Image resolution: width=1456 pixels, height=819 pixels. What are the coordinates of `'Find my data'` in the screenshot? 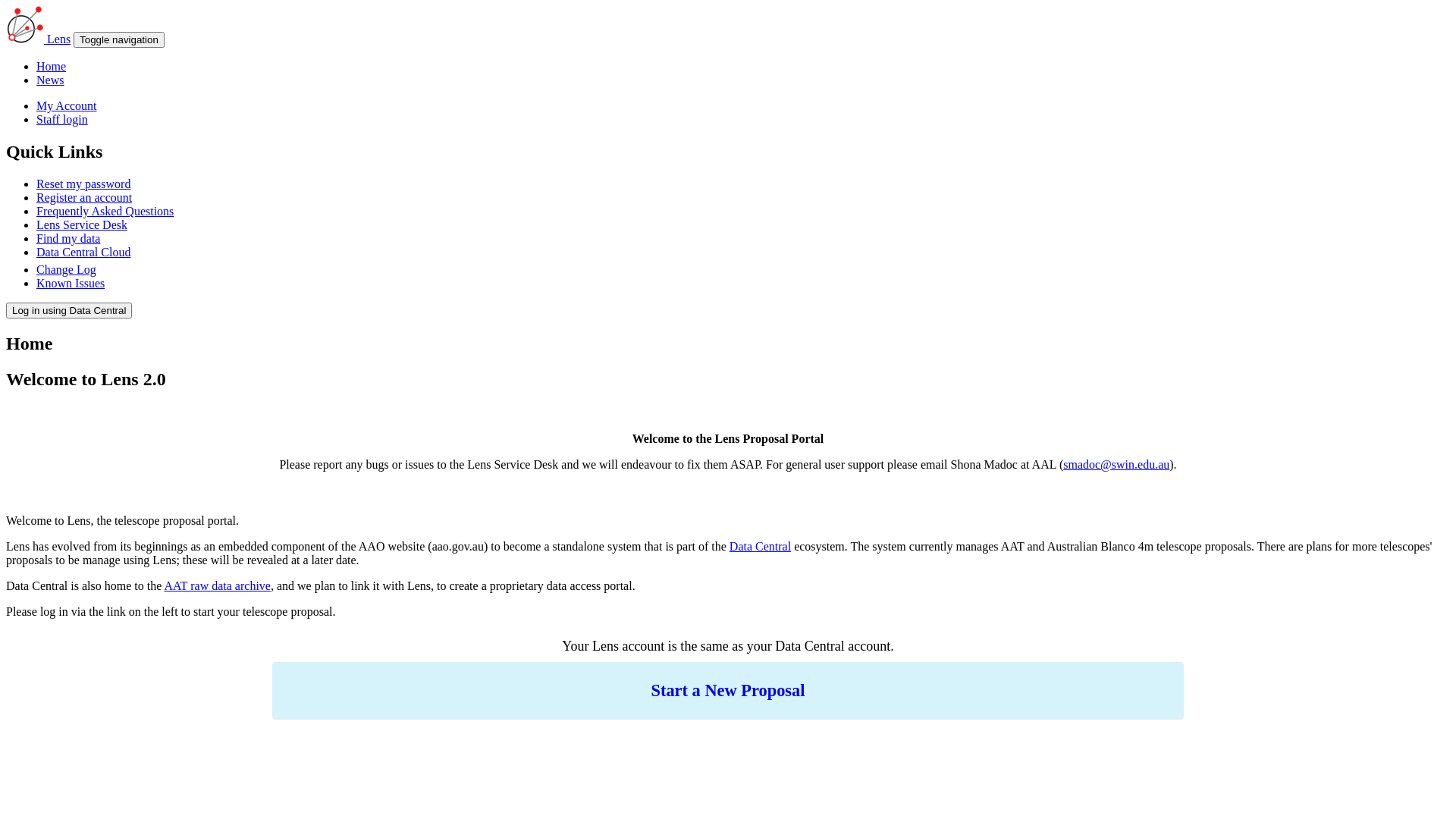 It's located at (36, 238).